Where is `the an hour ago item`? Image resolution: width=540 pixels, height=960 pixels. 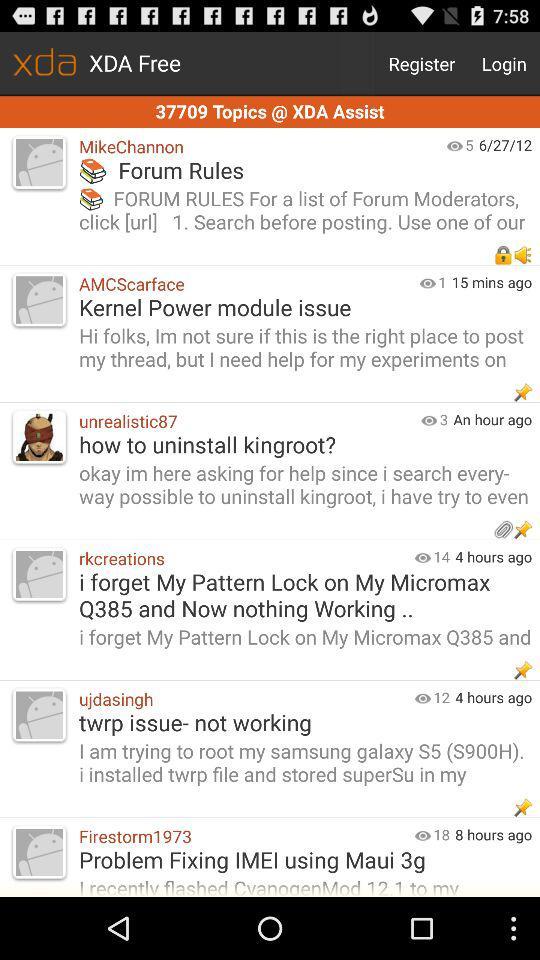
the an hour ago item is located at coordinates (495, 418).